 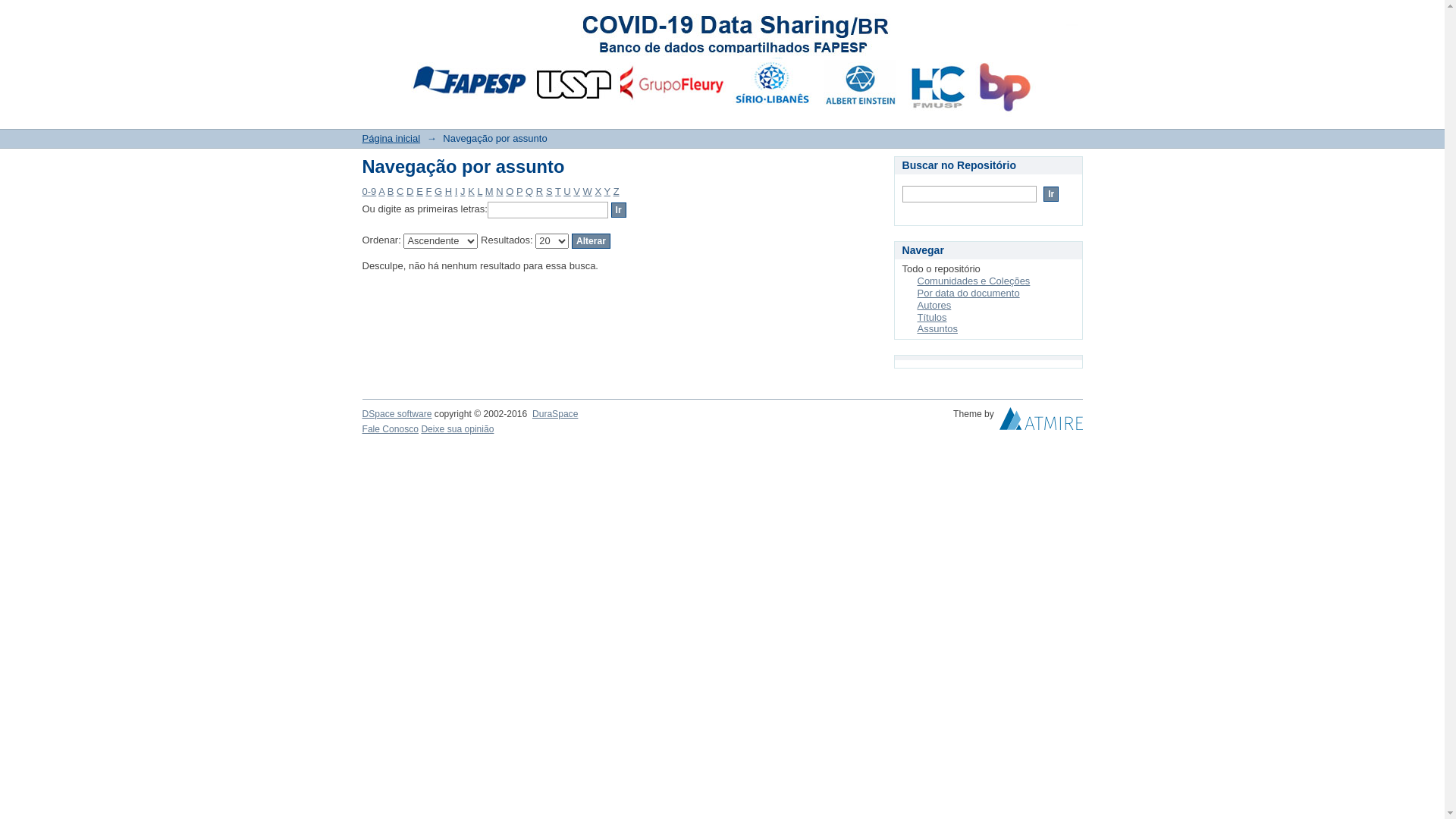 I want to click on 'R', so click(x=535, y=190).